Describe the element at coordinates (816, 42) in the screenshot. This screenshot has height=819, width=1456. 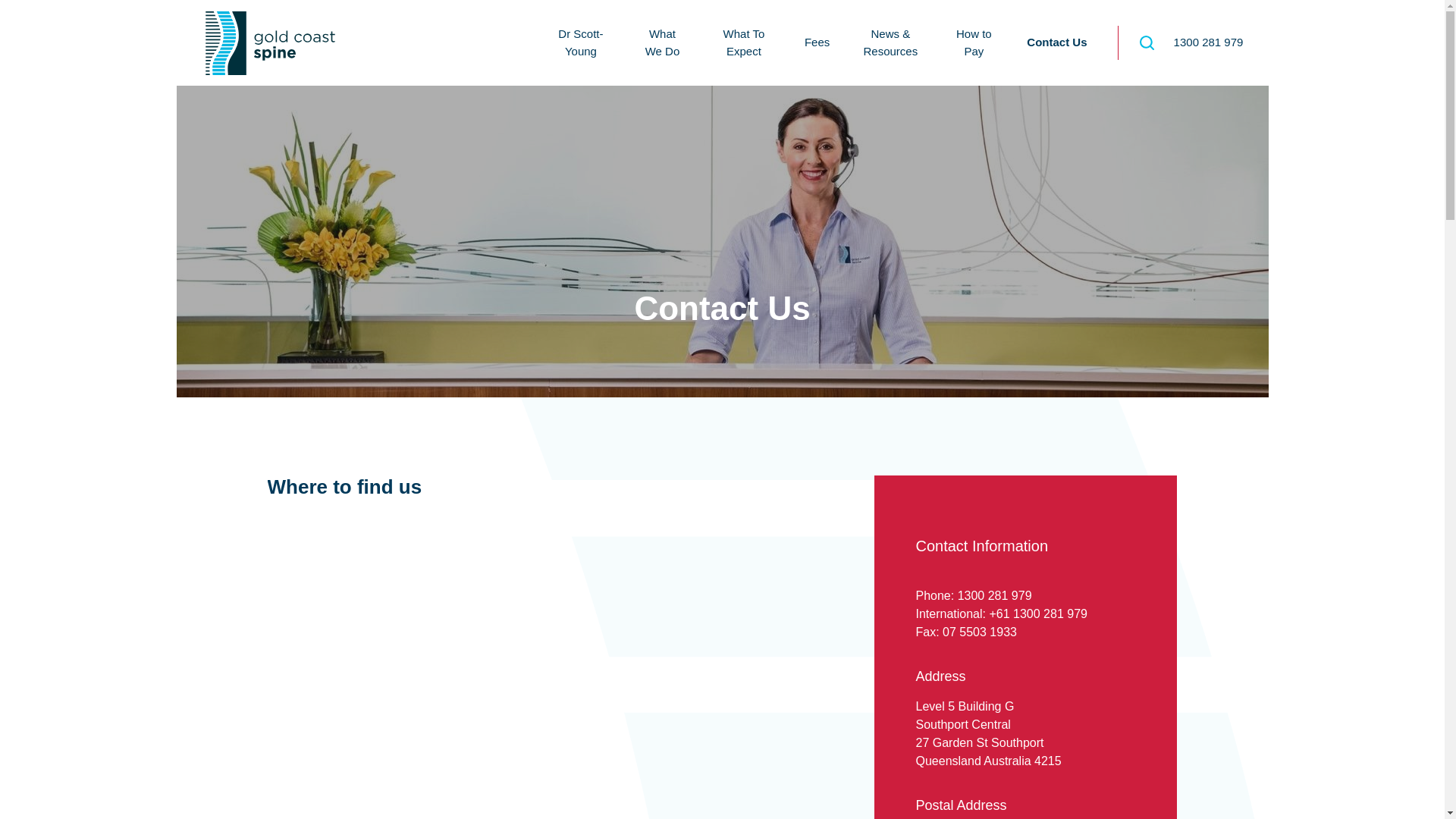
I see `'Fees'` at that location.